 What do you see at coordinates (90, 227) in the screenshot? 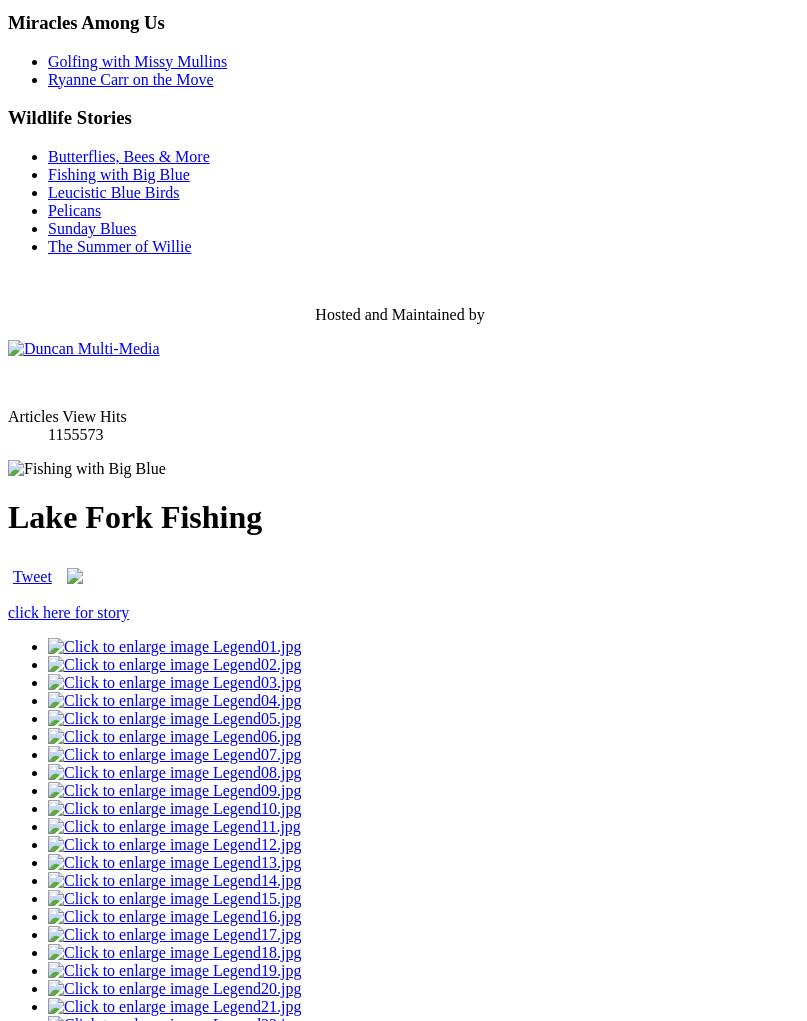
I see `'Sunday Blues'` at bounding box center [90, 227].